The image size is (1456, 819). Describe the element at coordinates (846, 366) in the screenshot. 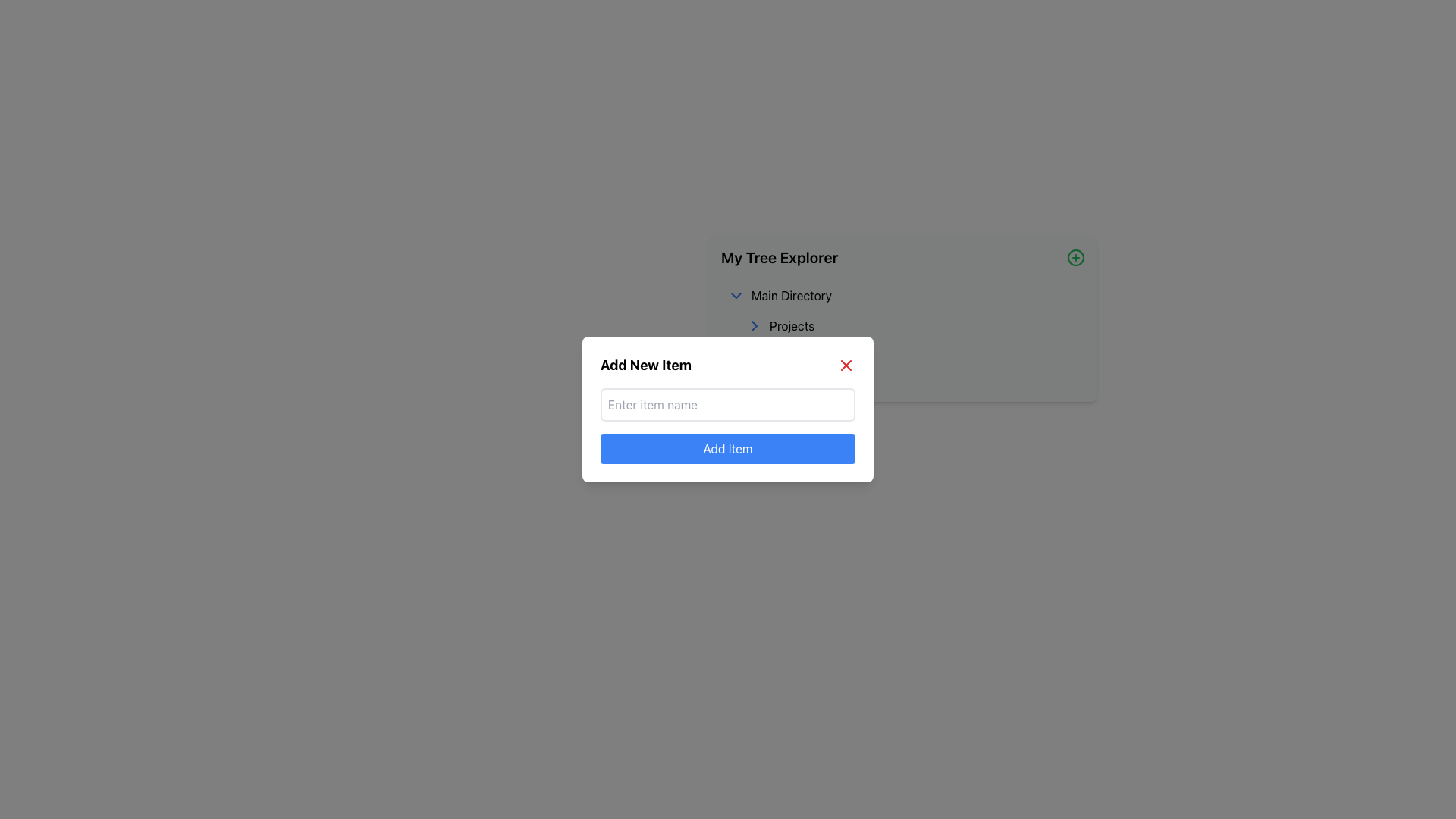

I see `the X icon located in the top-right corner of the 'Add New Item' modal` at that location.